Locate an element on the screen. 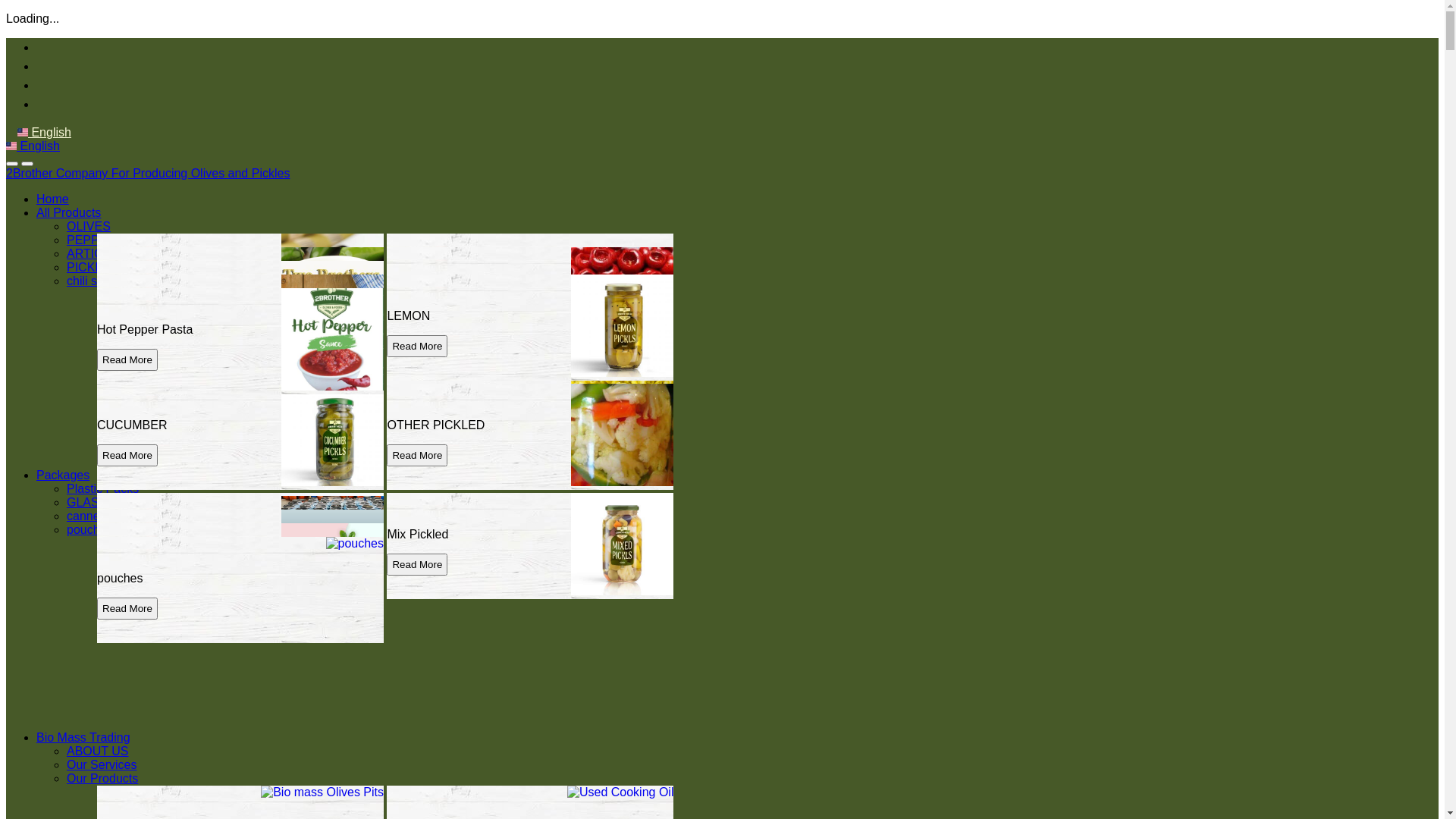 The height and width of the screenshot is (819, 1456). 'Hot Pepper Pasta is located at coordinates (239, 341).